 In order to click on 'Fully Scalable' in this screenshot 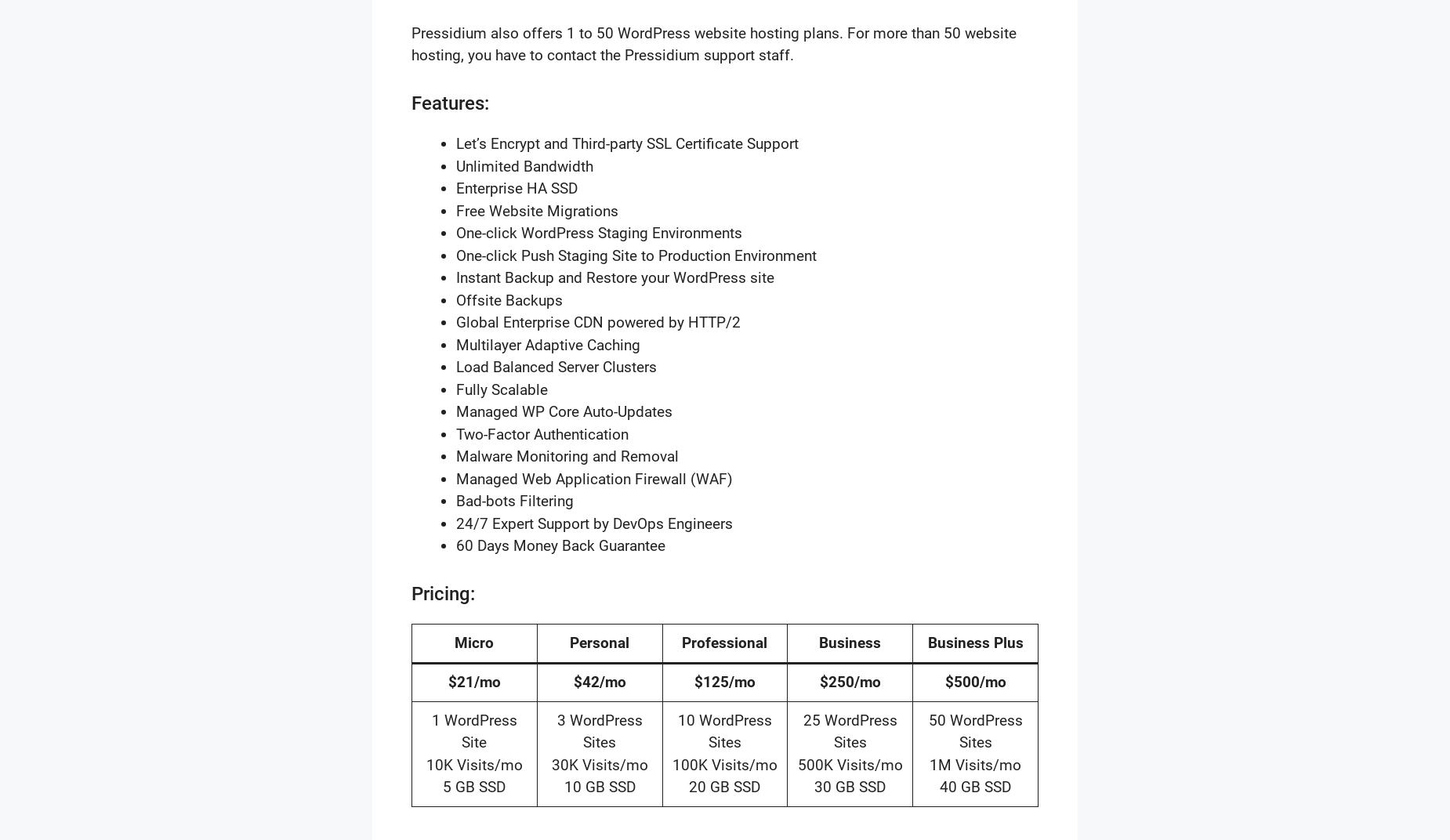, I will do `click(456, 389)`.